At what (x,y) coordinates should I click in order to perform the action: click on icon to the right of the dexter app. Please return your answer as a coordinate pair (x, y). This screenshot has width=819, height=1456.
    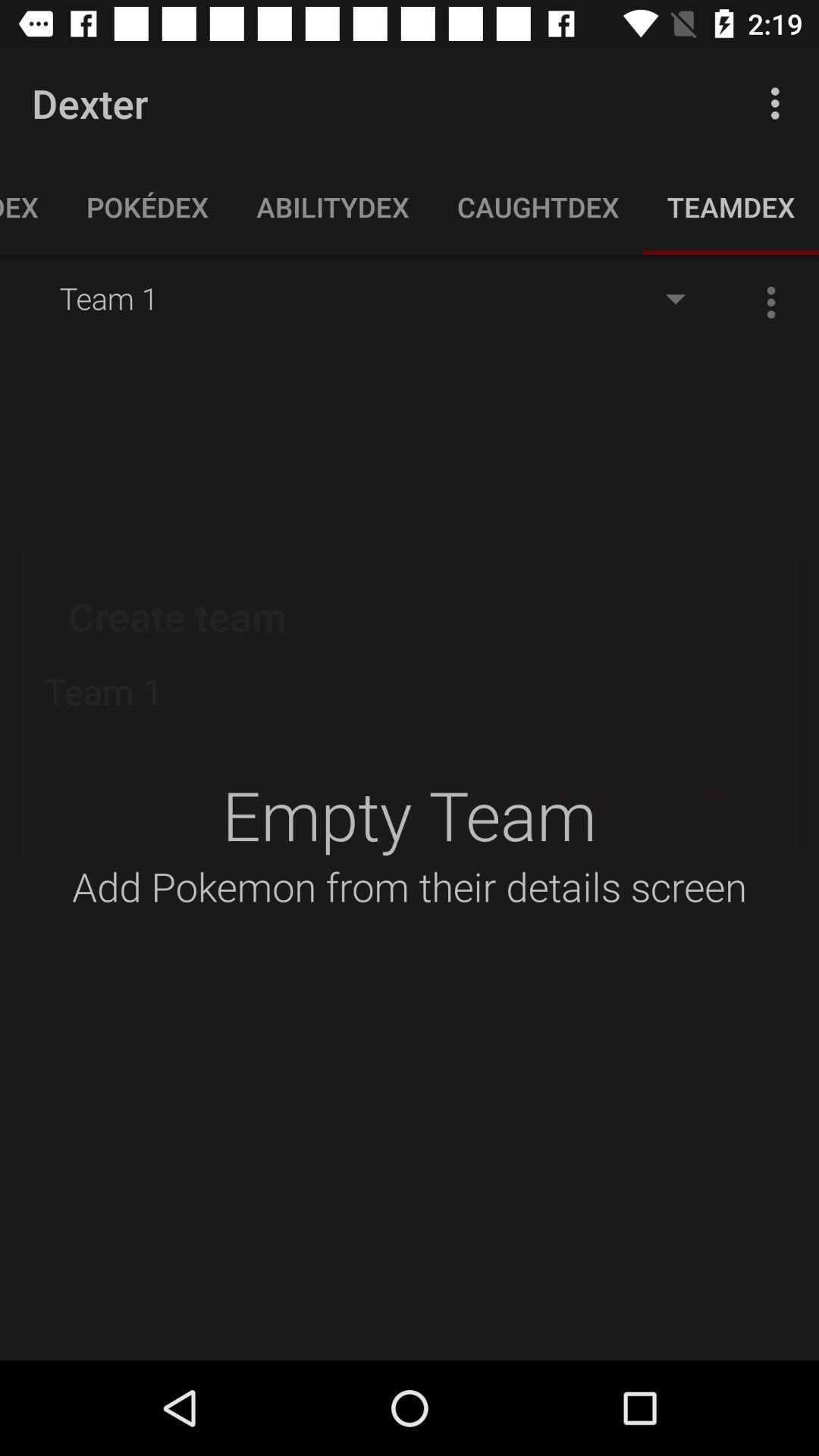
    Looking at the image, I should click on (779, 102).